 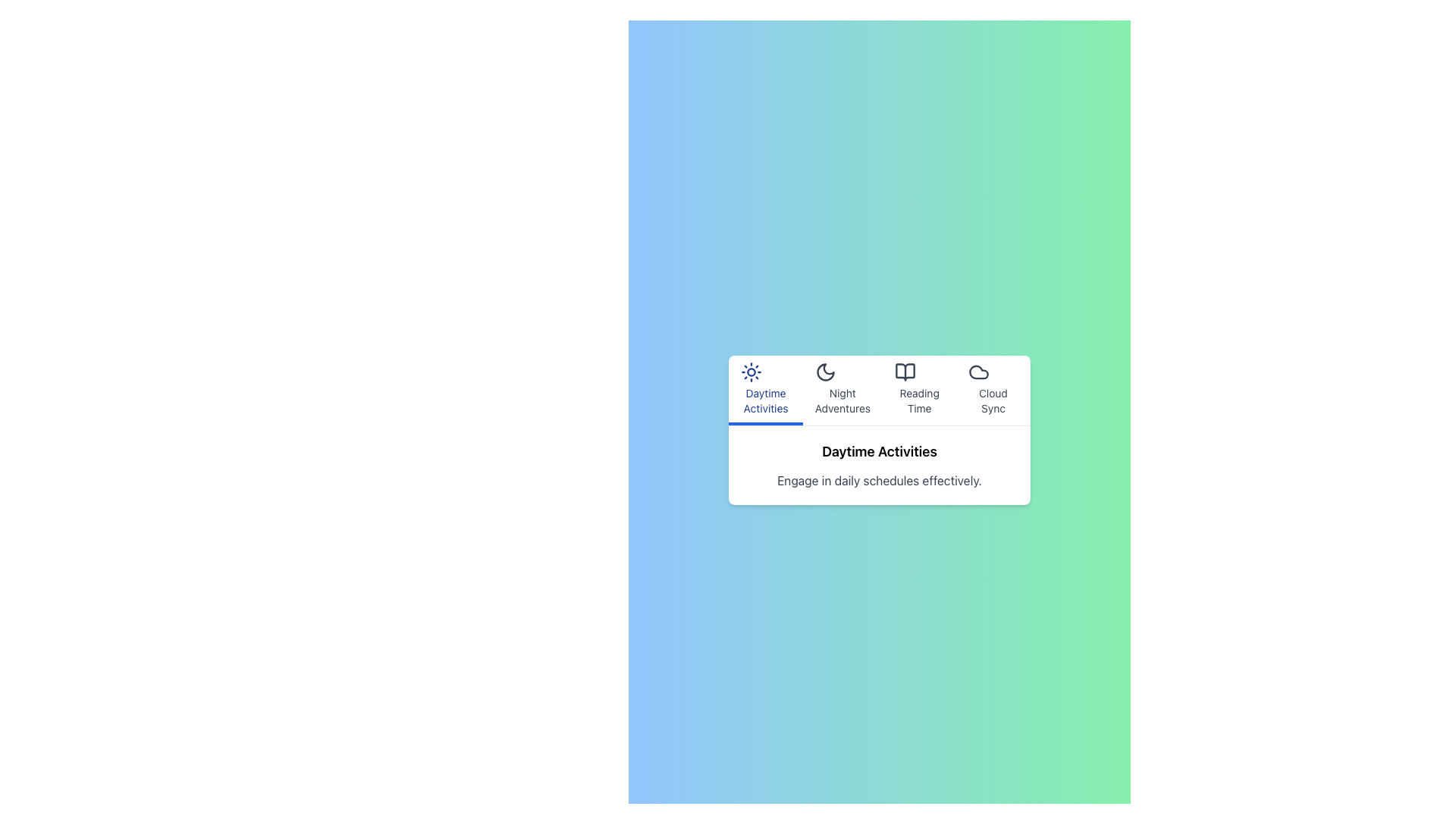 I want to click on the 'Reading Time' icon, which is the third icon from the left in a row of four icons located above the 'Daytime Activities' text, so click(x=905, y=372).